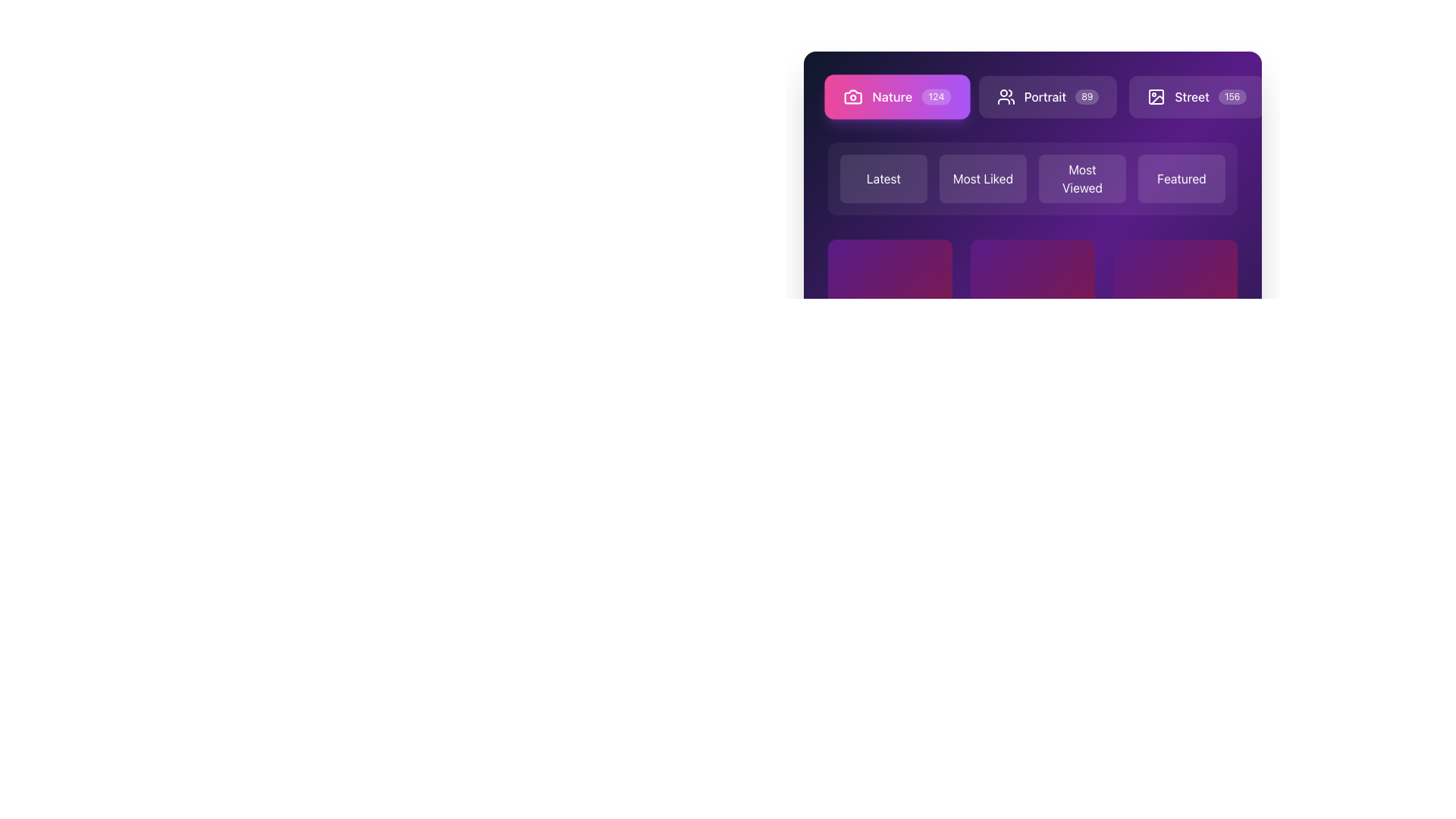 The height and width of the screenshot is (819, 1456). I want to click on the Badge or Notification Counter element that displays the number '124', located to the right of the text 'Nature' in the top navigation bar, so click(935, 96).